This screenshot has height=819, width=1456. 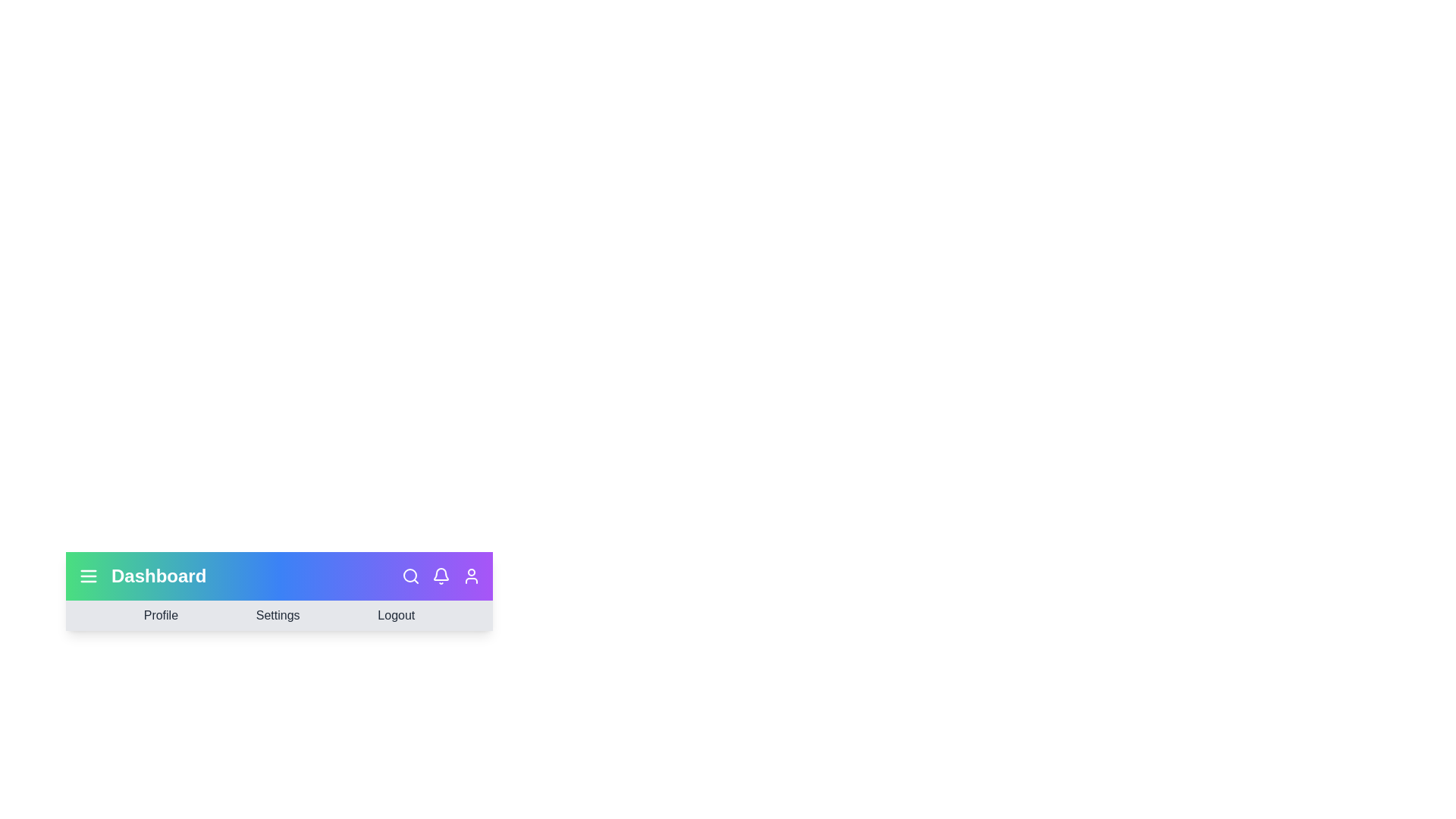 I want to click on the 'Profile' menu item in the navigation bar, so click(x=160, y=616).